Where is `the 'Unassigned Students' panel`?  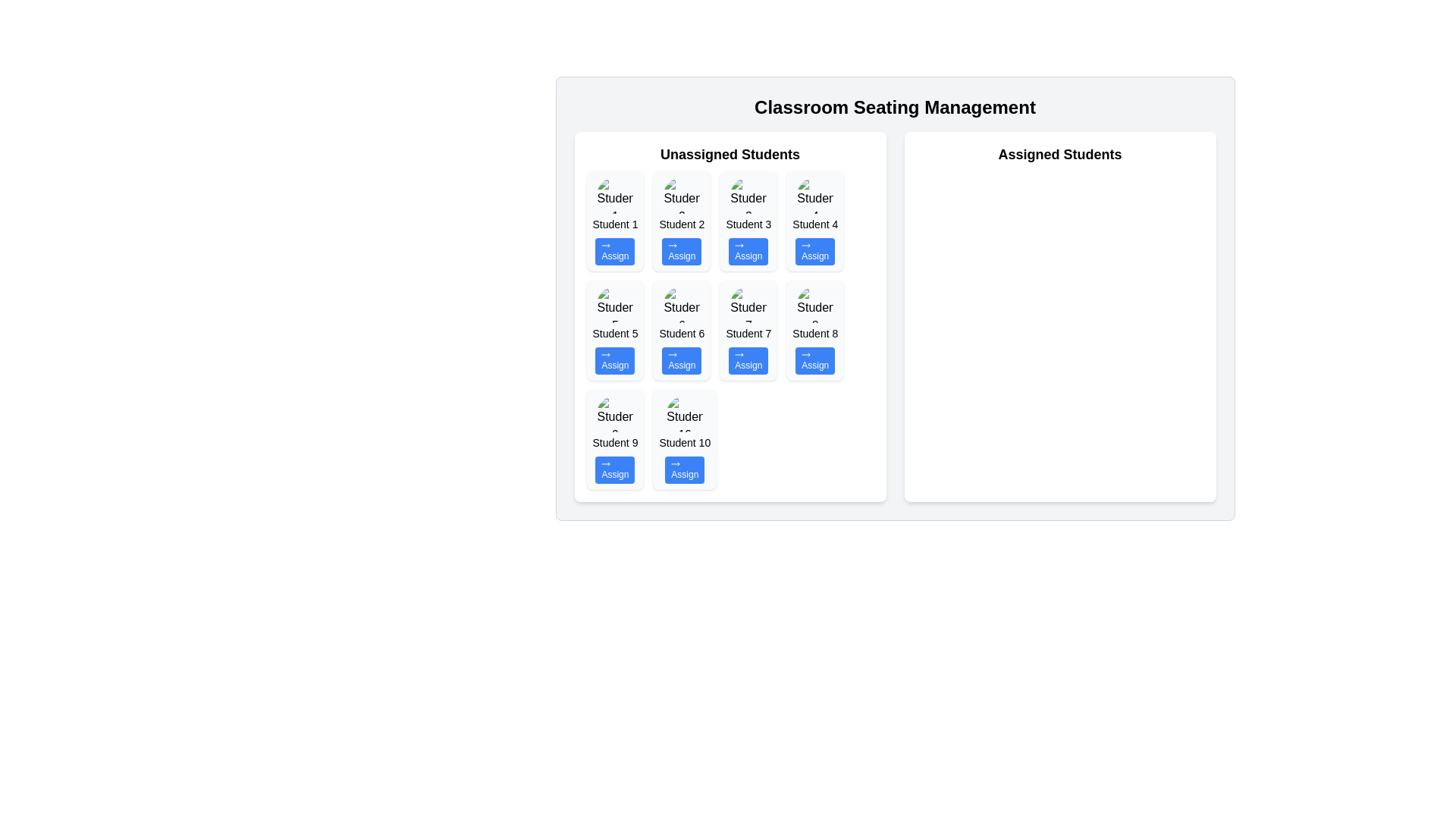
the 'Unassigned Students' panel is located at coordinates (730, 315).